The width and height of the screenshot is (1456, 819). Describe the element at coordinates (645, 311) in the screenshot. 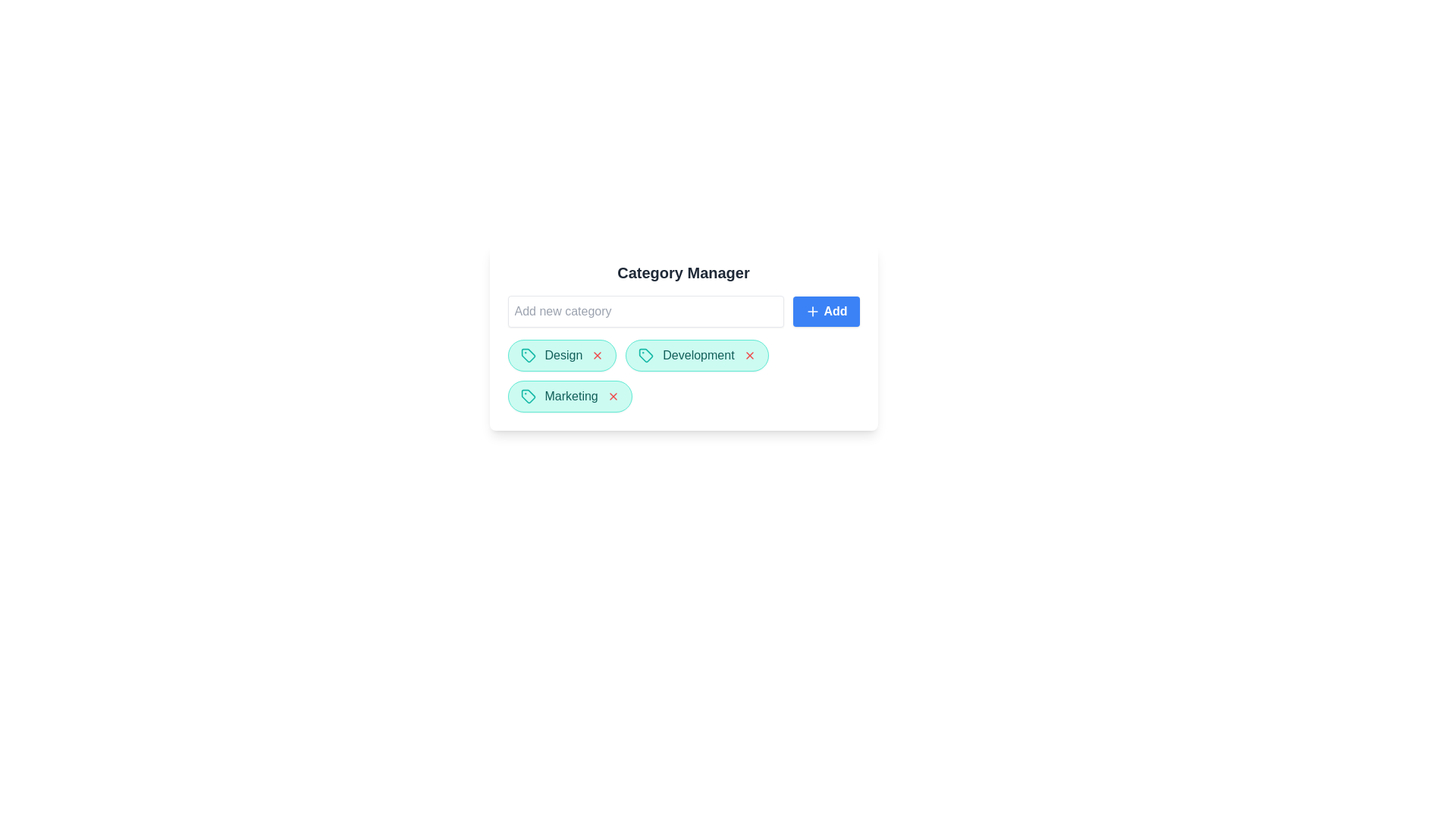

I see `the input field and type the desired text` at that location.